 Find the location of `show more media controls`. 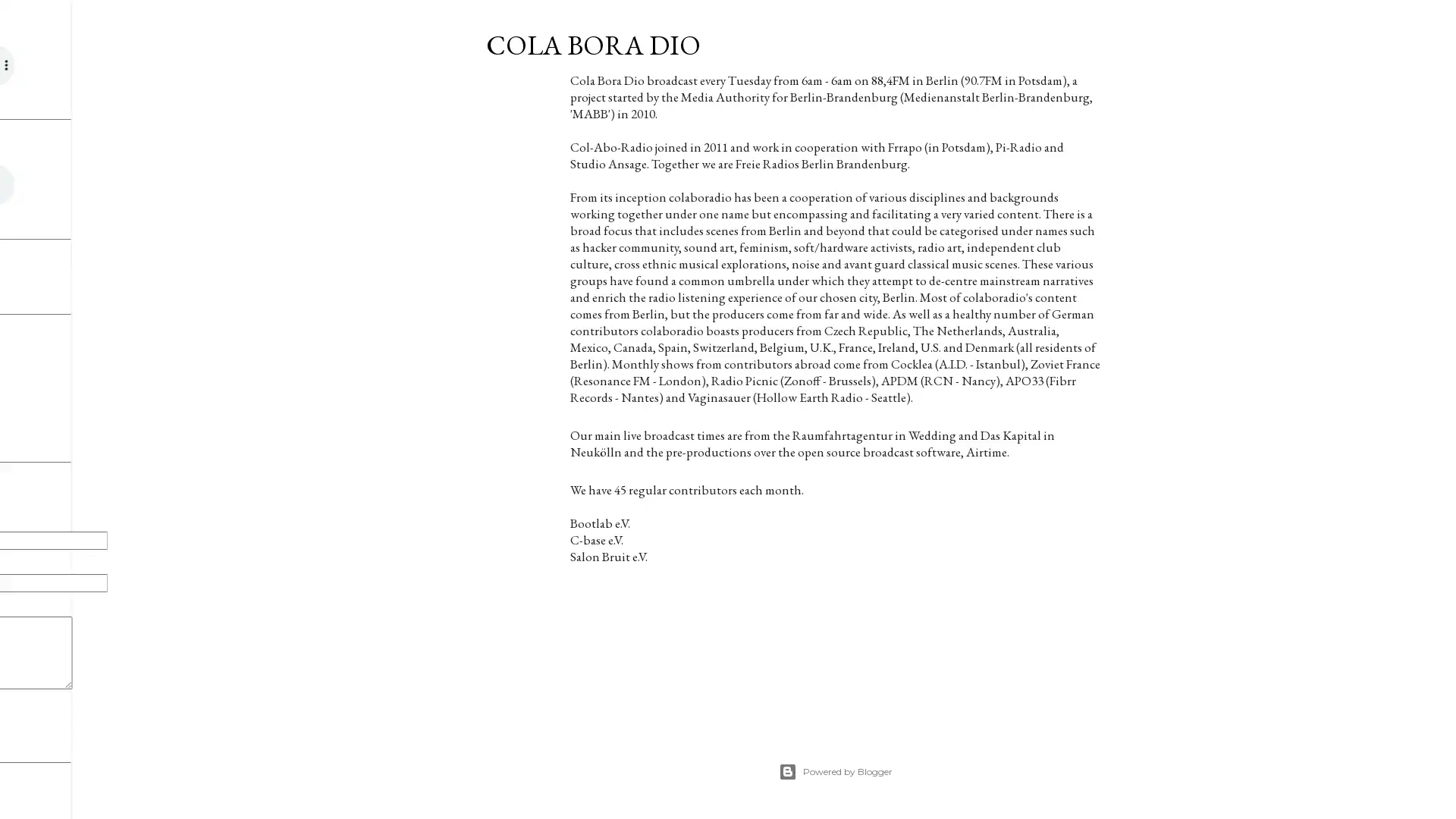

show more media controls is located at coordinates (139, 184).